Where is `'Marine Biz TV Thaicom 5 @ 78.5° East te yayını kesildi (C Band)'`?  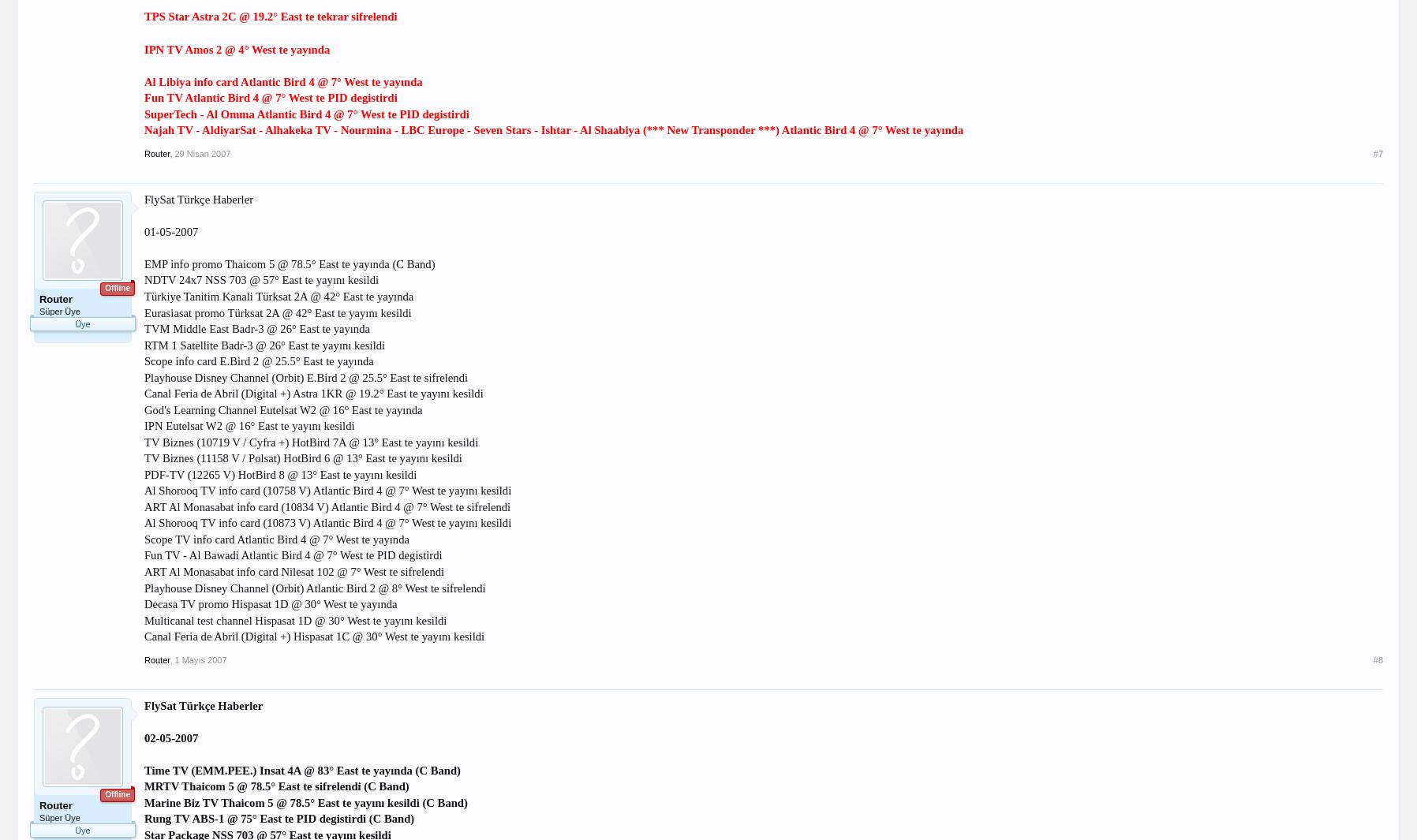
'Marine Biz TV Thaicom 5 @ 78.5° East te yayını kesildi (C Band)' is located at coordinates (305, 801).